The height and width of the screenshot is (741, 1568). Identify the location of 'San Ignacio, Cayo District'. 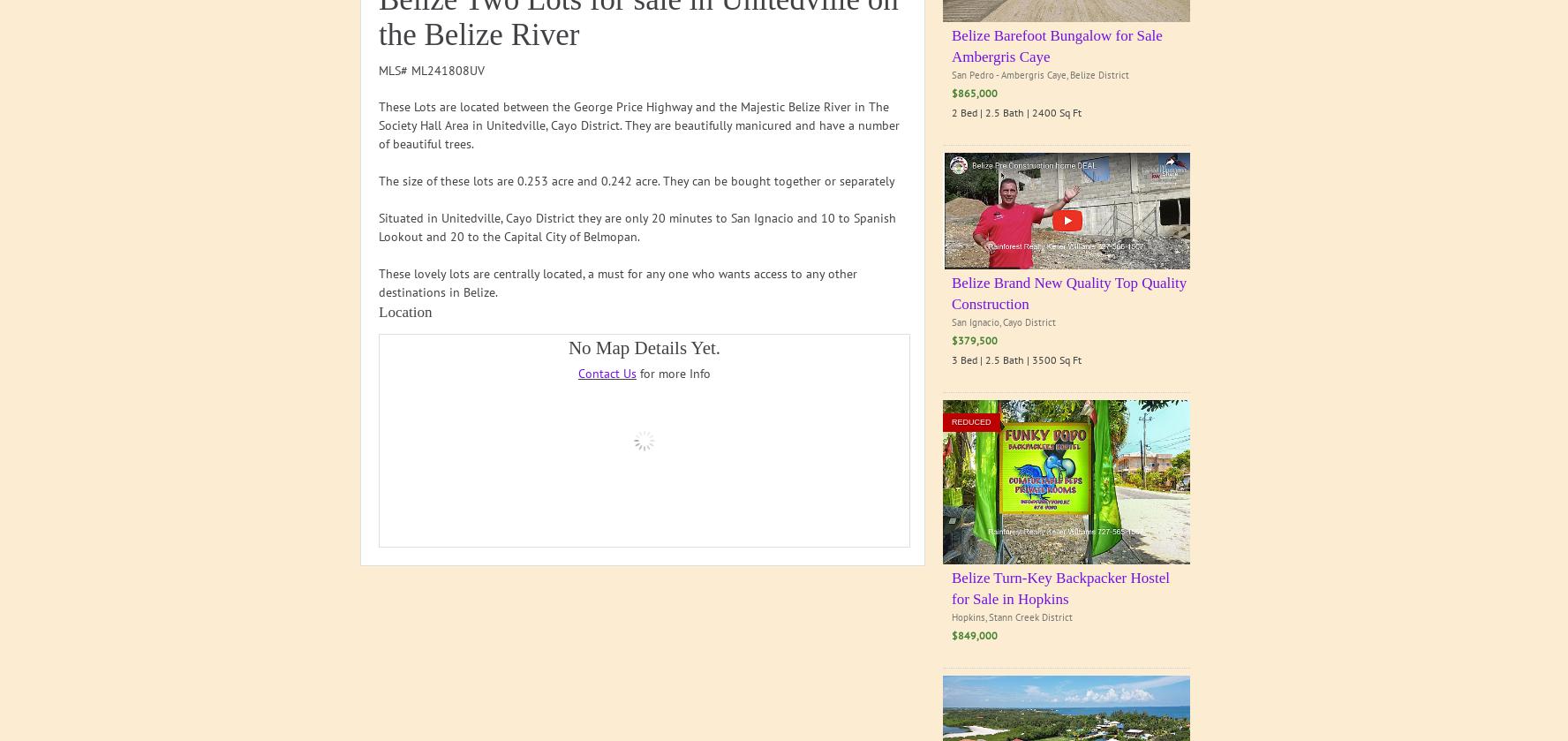
(1003, 321).